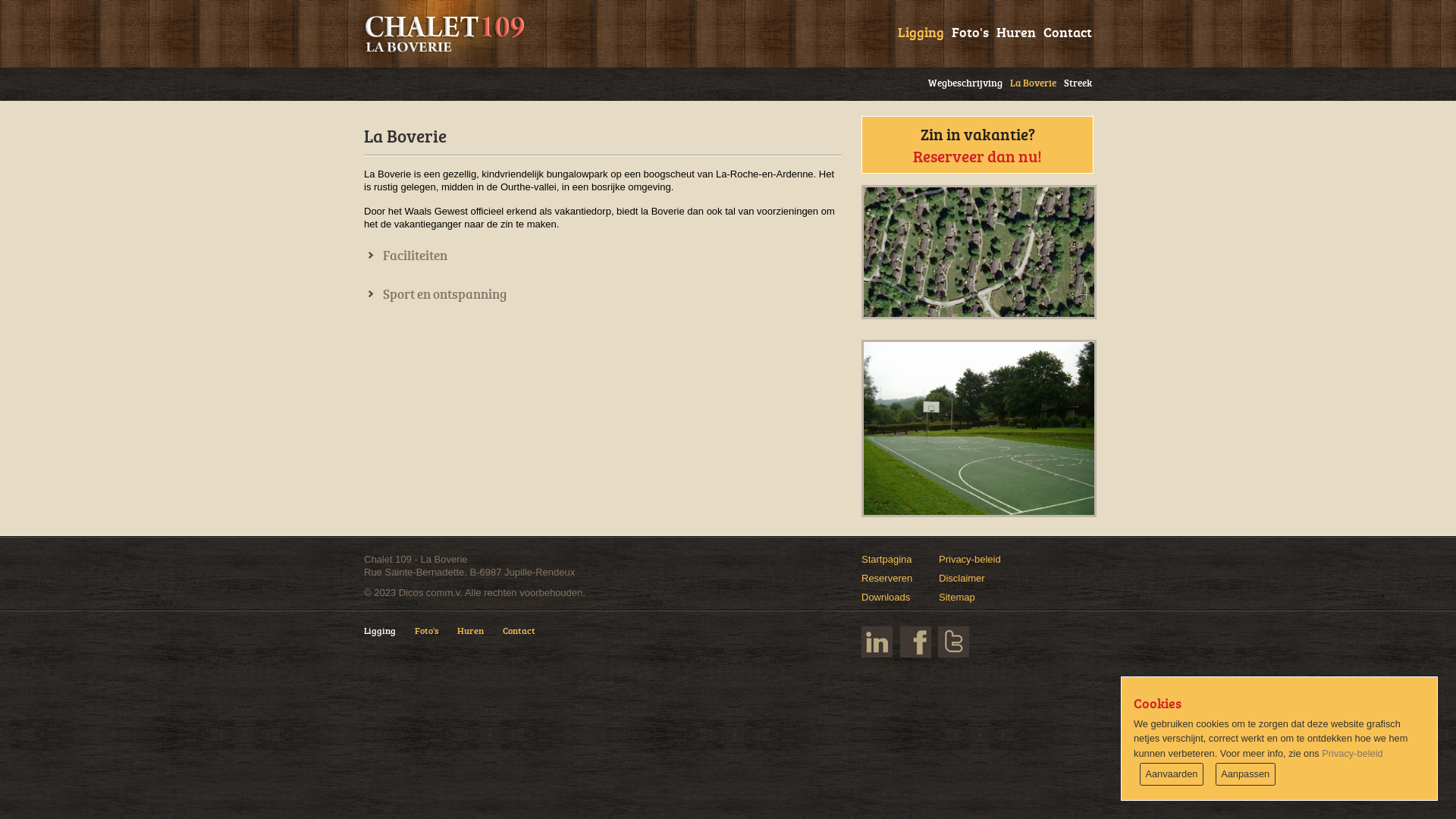 This screenshot has height=819, width=1456. Describe the element at coordinates (861, 642) in the screenshot. I see `'deel op LinkedIn'` at that location.